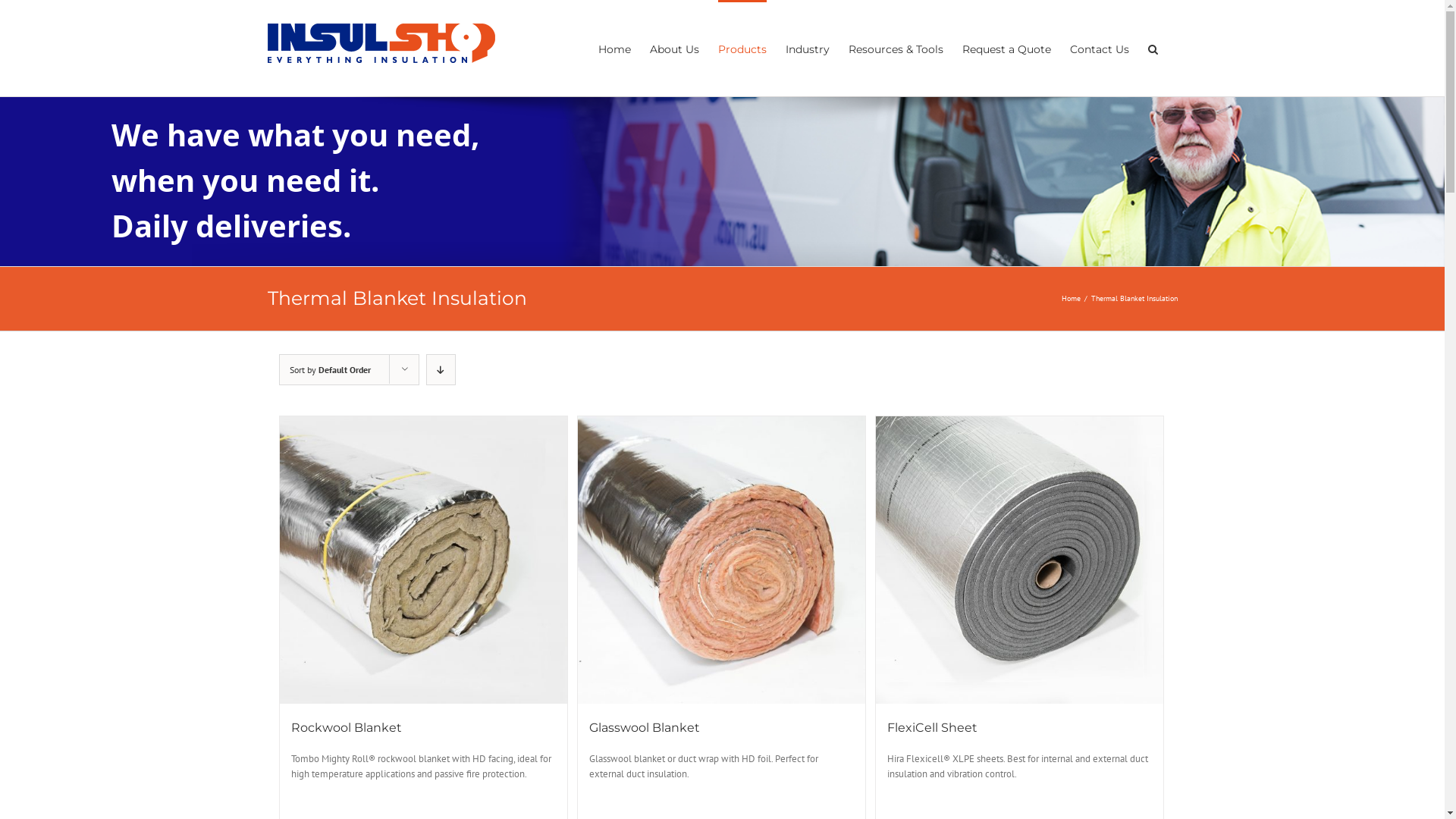  What do you see at coordinates (1061, 298) in the screenshot?
I see `'Home'` at bounding box center [1061, 298].